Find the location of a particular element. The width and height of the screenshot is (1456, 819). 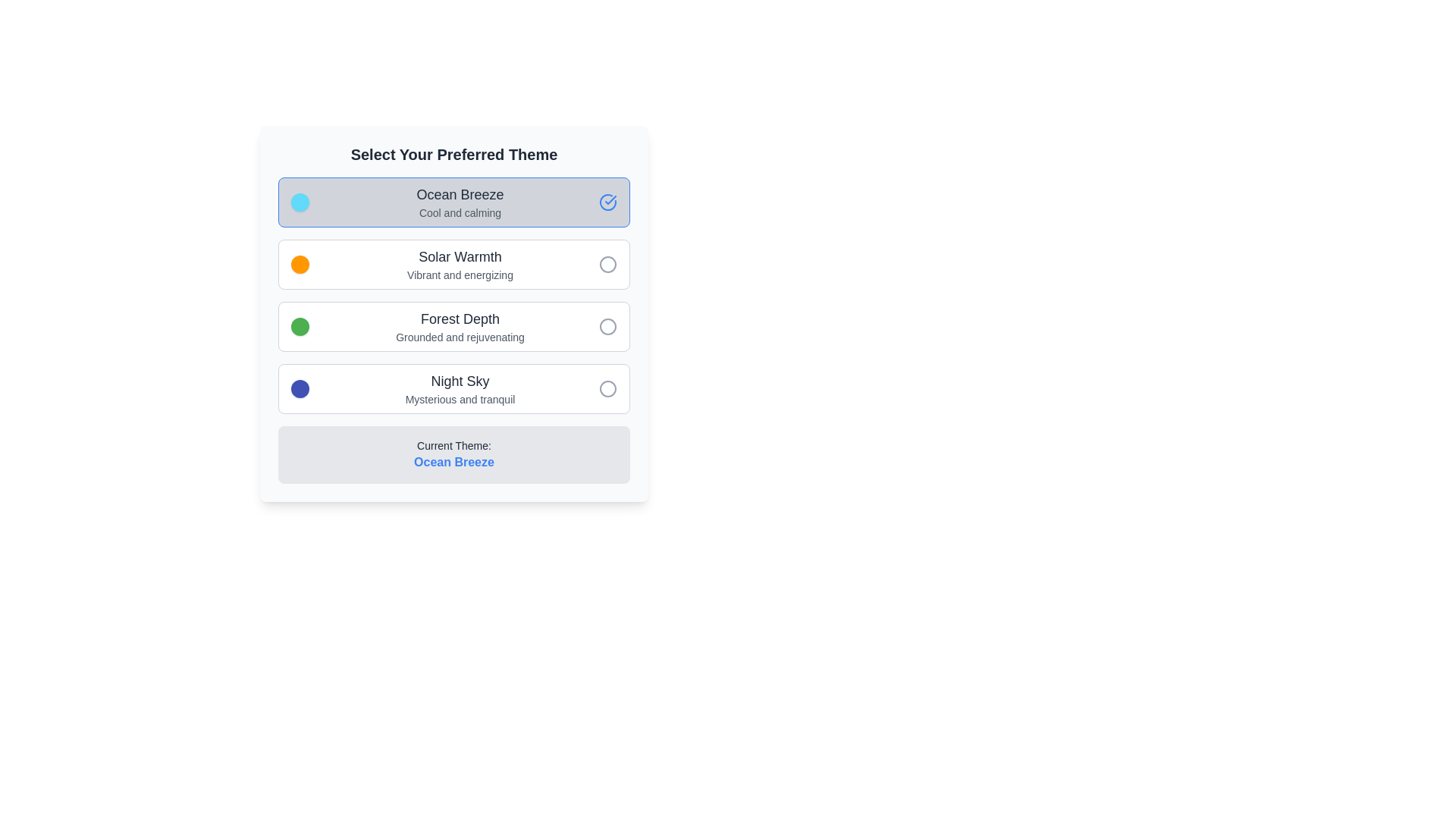

the 'Current Theme:' label, which is a smaller, gray-colored text label located at the top of the theme selection section is located at coordinates (453, 444).